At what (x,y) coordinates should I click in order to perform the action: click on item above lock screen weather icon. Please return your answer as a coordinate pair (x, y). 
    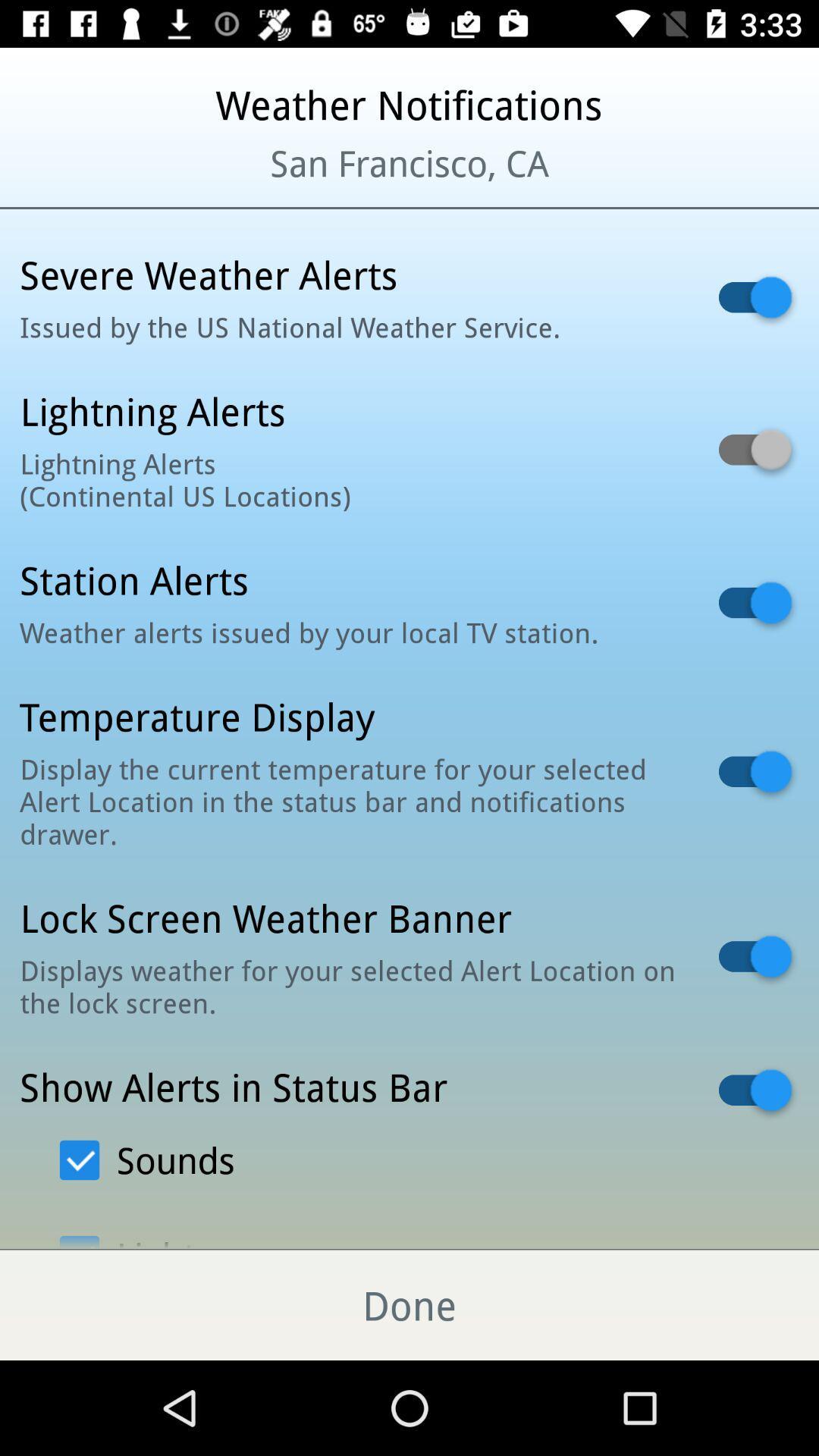
    Looking at the image, I should click on (350, 800).